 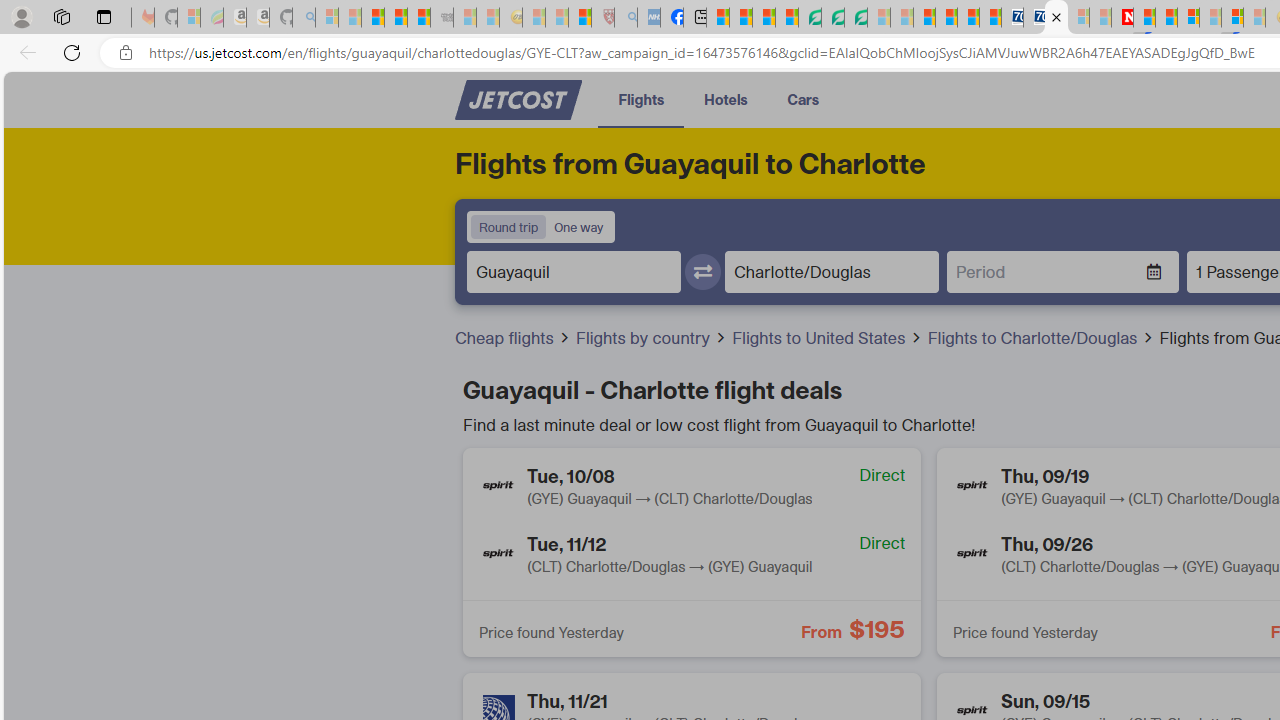 I want to click on 'Combat Siege', so click(x=441, y=17).